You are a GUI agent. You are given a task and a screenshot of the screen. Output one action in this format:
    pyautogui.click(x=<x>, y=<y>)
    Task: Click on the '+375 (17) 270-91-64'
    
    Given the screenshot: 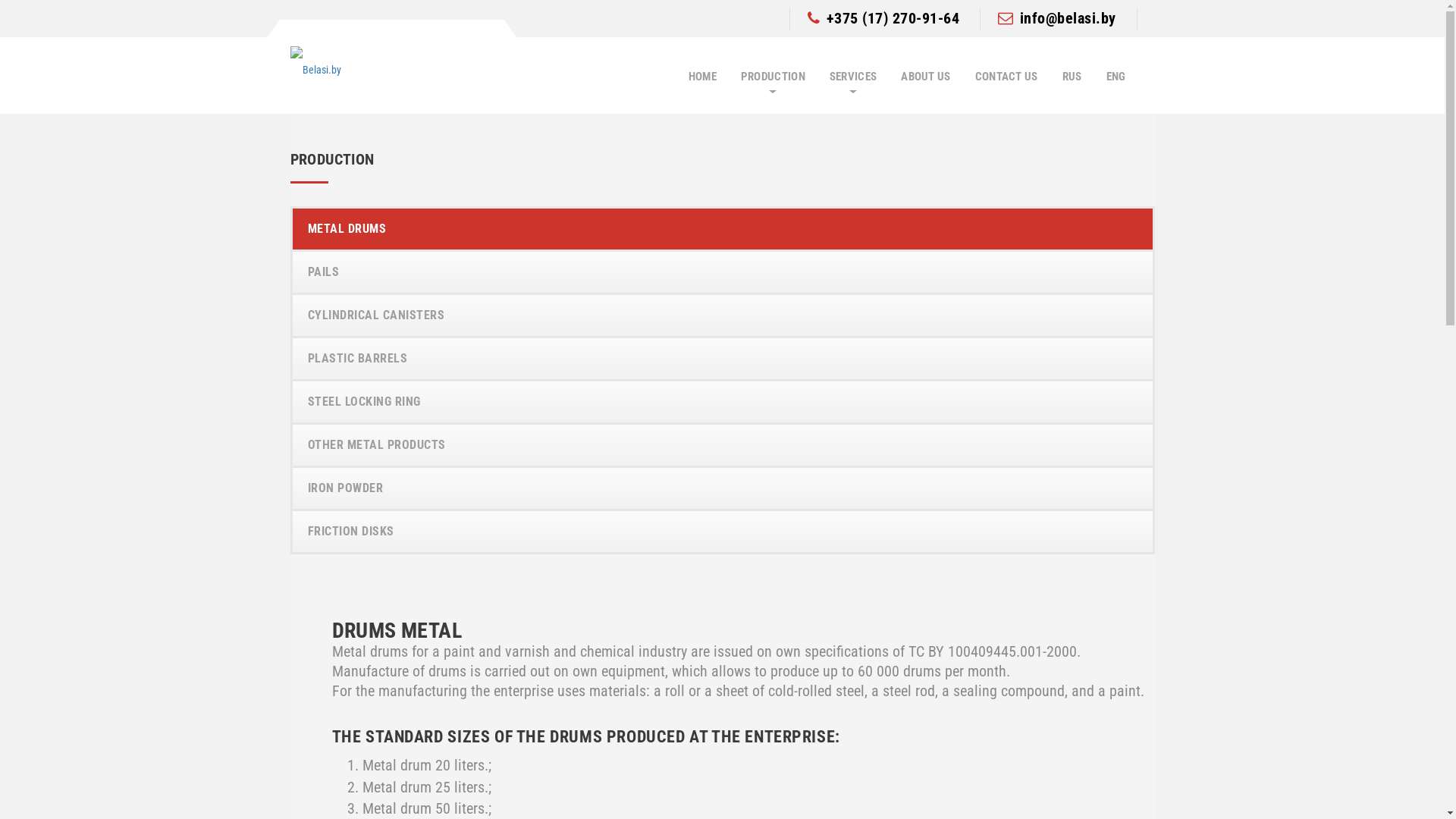 What is the action you would take?
    pyautogui.click(x=883, y=17)
    